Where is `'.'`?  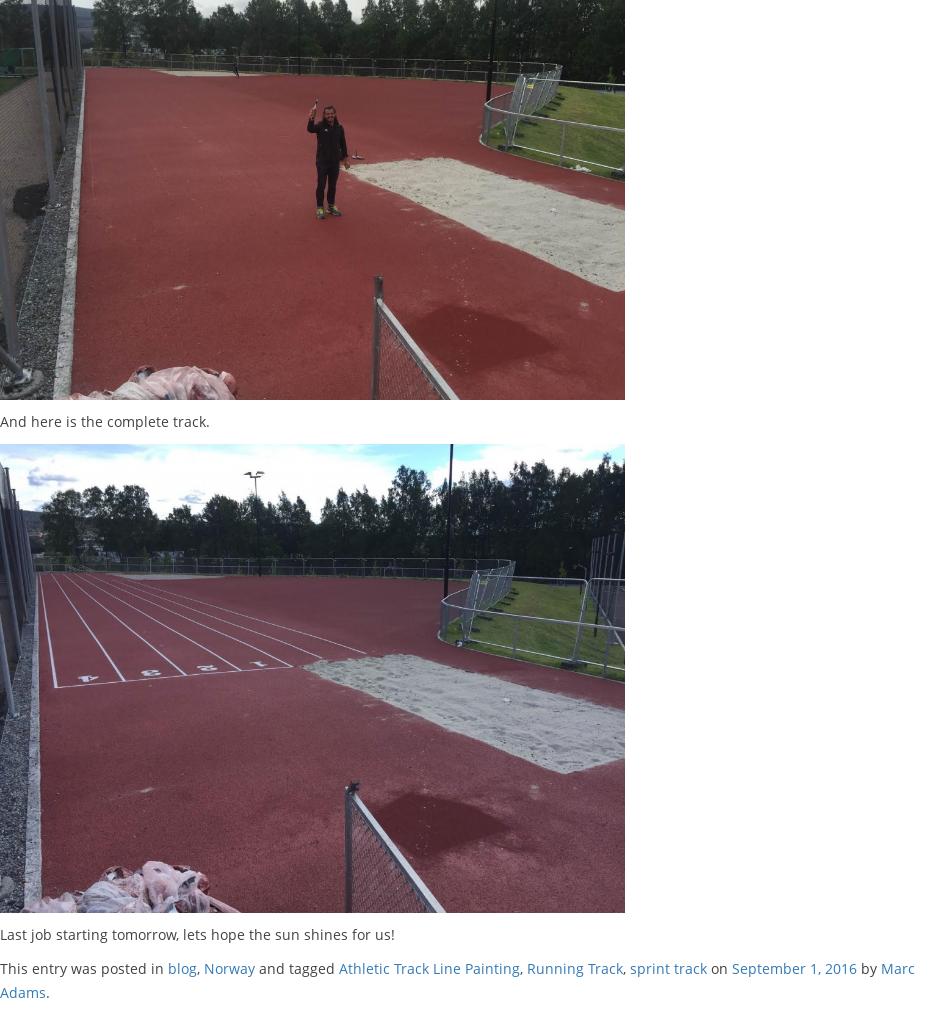 '.' is located at coordinates (47, 991).